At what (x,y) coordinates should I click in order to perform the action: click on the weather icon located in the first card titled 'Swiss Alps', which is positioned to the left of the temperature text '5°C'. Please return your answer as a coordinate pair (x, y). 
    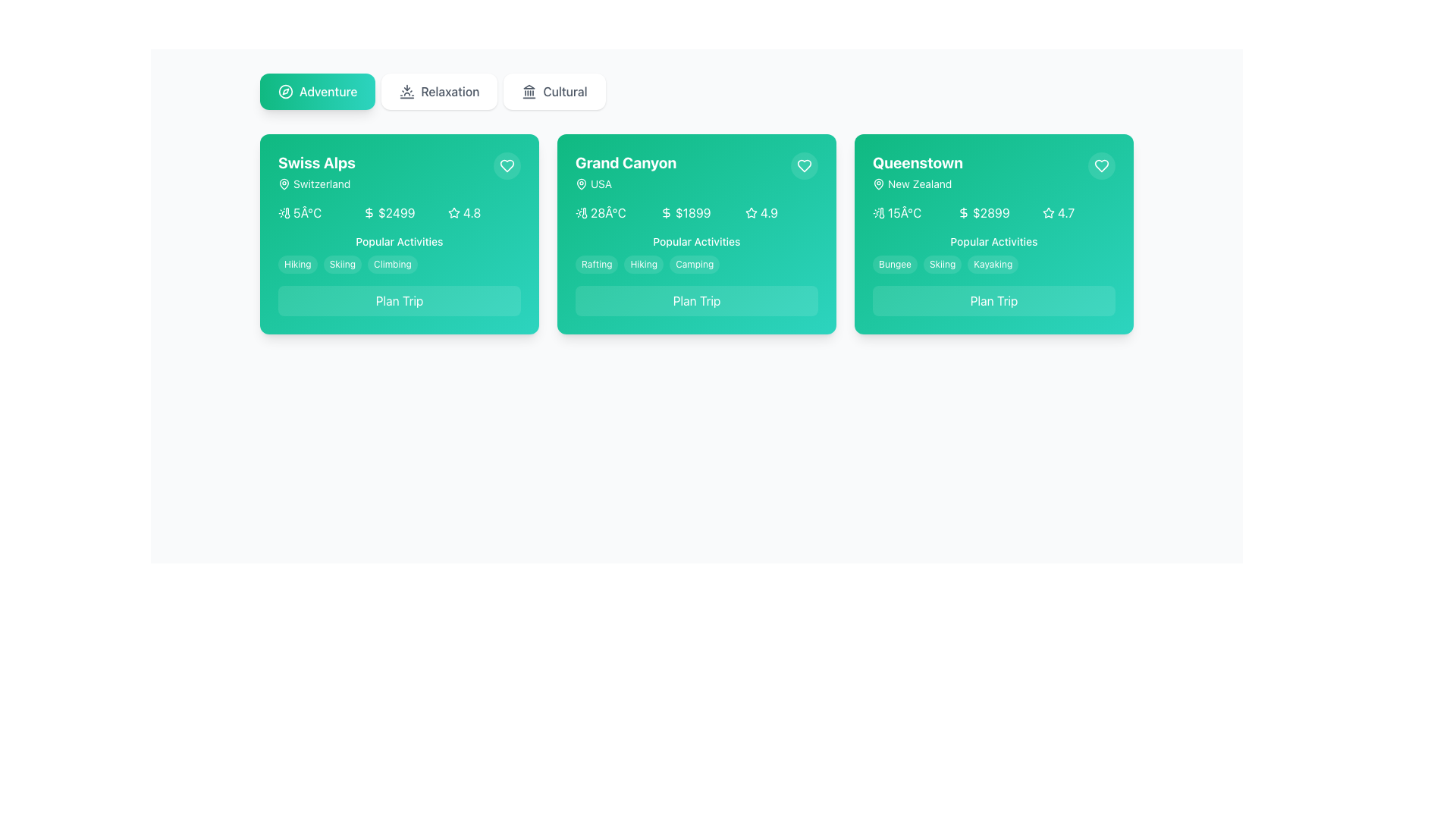
    Looking at the image, I should click on (284, 213).